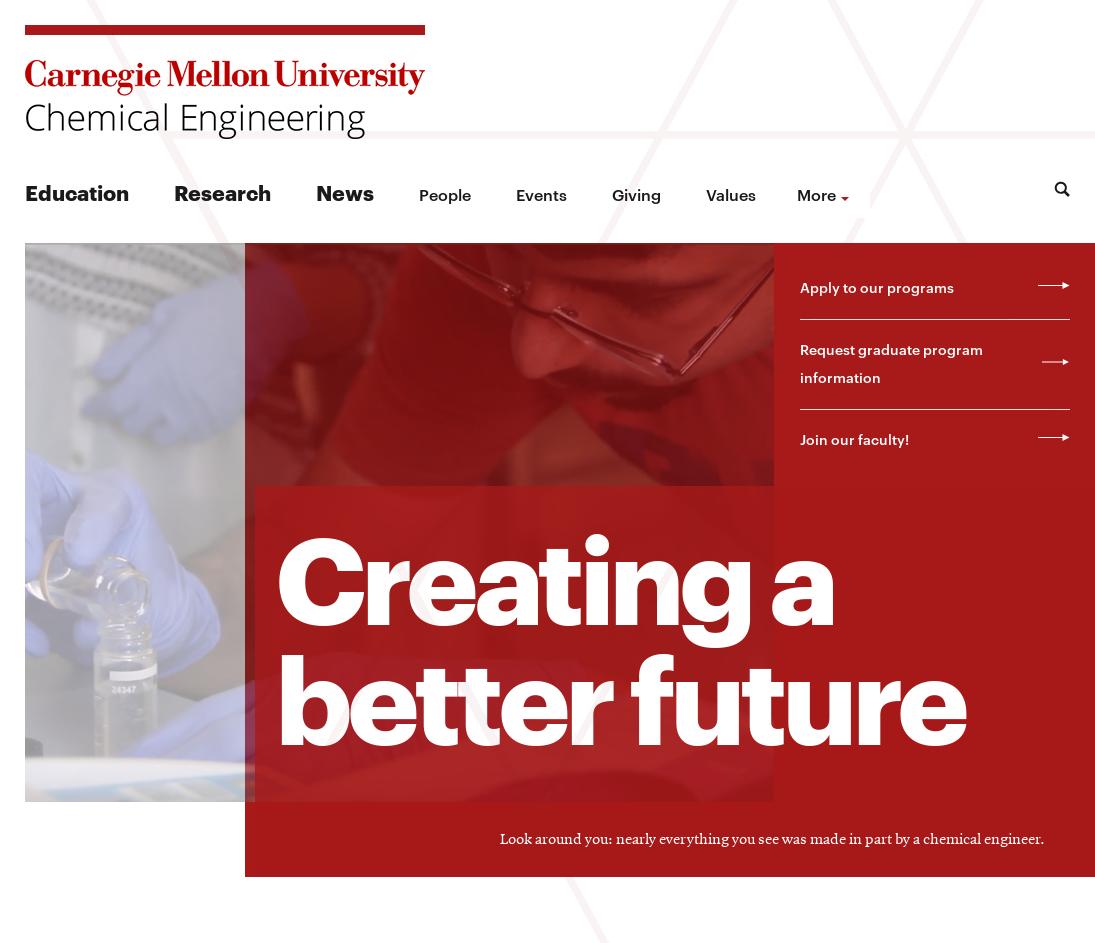 This screenshot has height=943, width=1095. I want to click on 'Creating a better future', so click(619, 630).